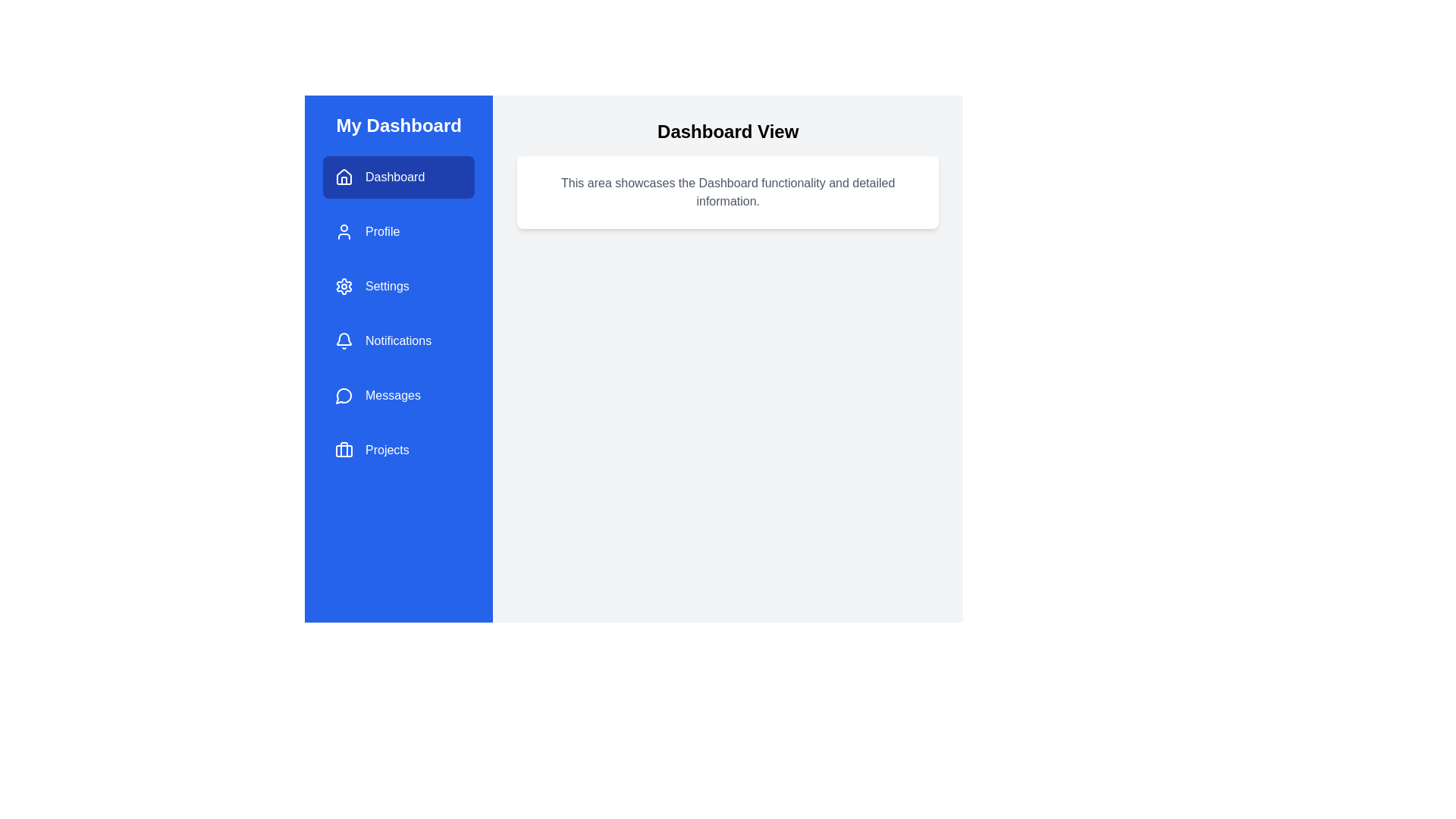  I want to click on the text 'Dashboard View' in the main view area, so click(728, 130).